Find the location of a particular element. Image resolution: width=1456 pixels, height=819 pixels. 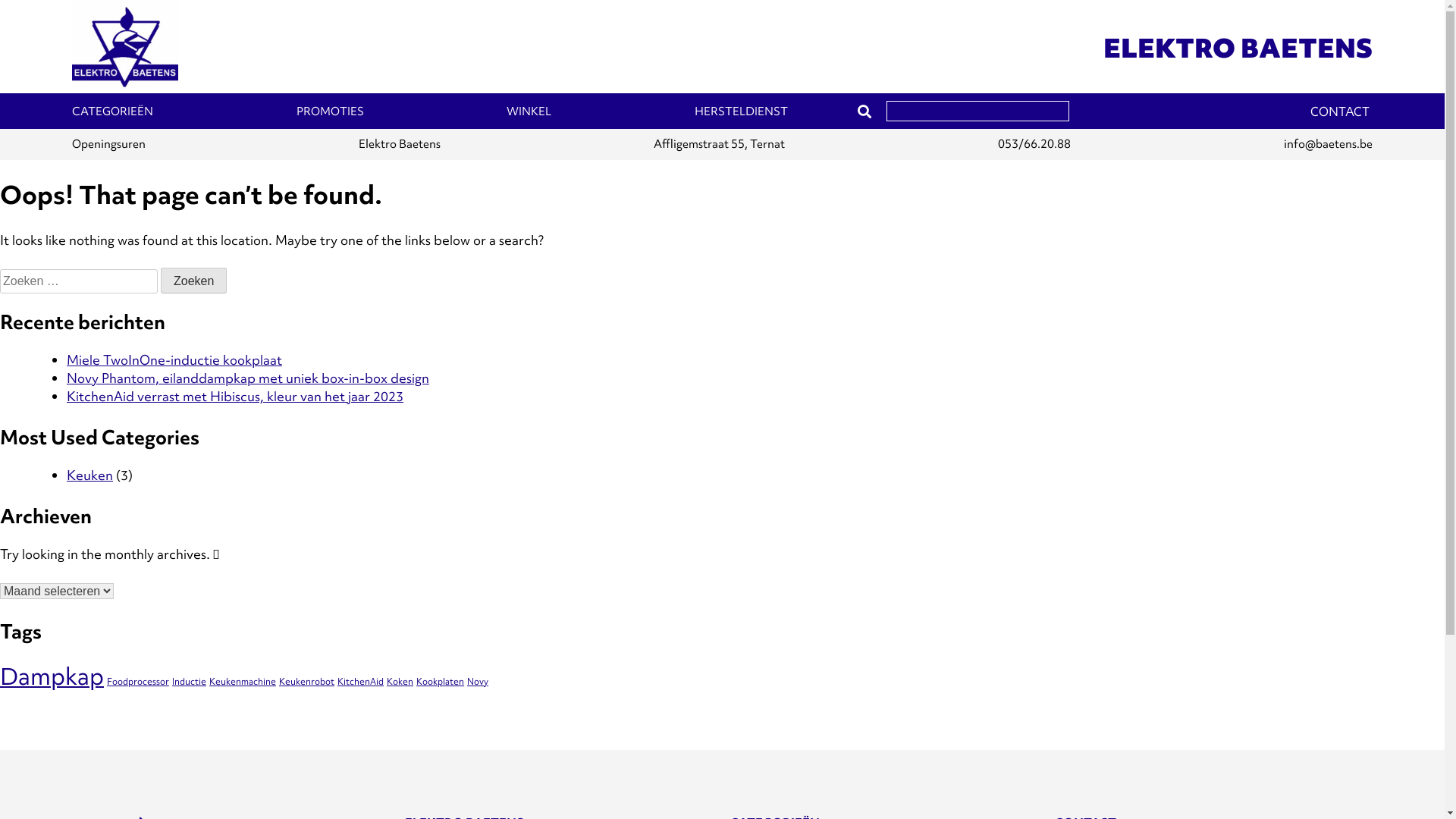

'ELEKTRO BAETENS' is located at coordinates (1238, 47).